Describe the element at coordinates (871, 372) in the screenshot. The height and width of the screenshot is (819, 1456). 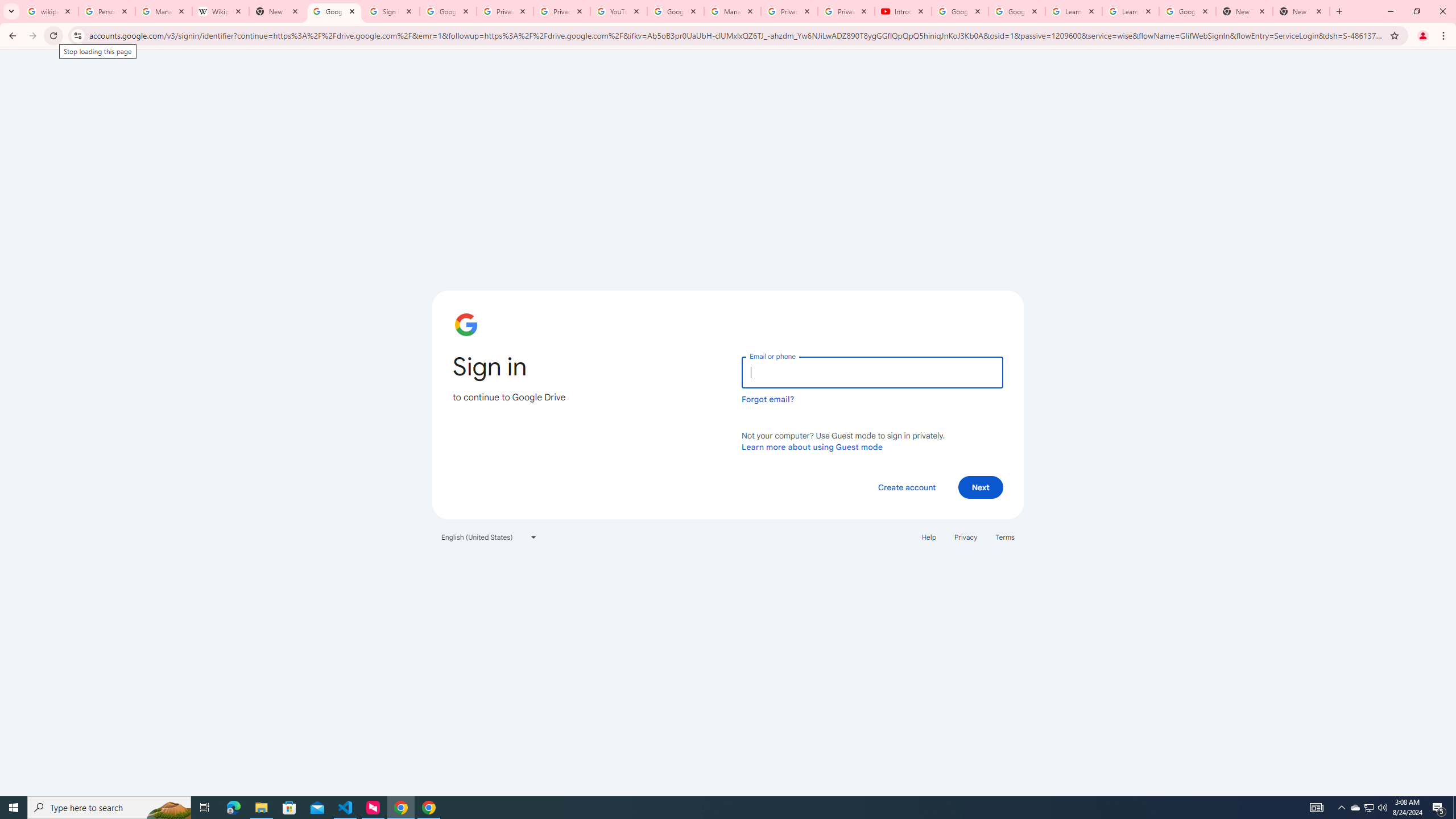
I see `'Email or phone'` at that location.